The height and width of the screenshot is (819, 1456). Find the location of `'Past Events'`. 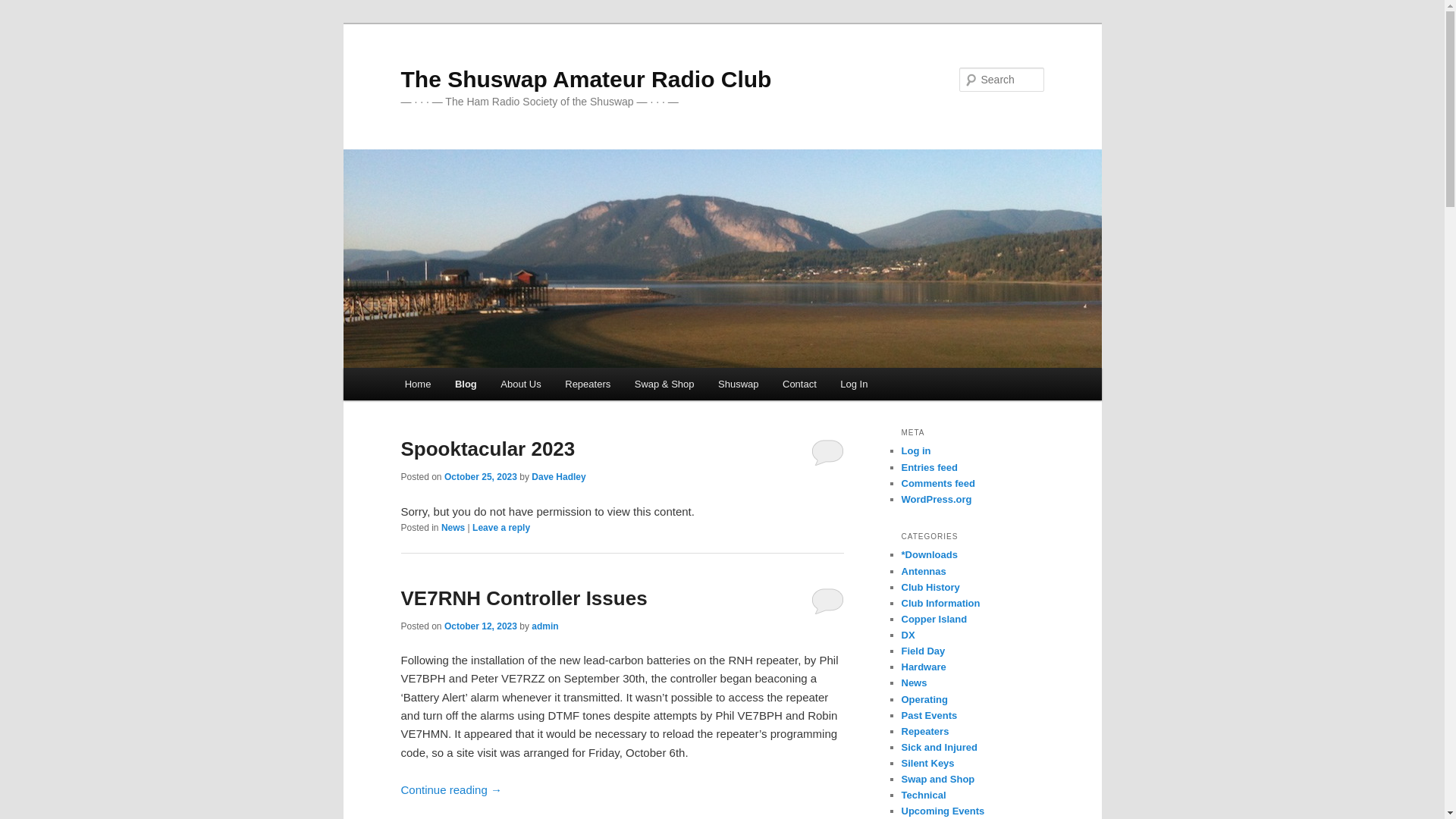

'Past Events' is located at coordinates (901, 715).